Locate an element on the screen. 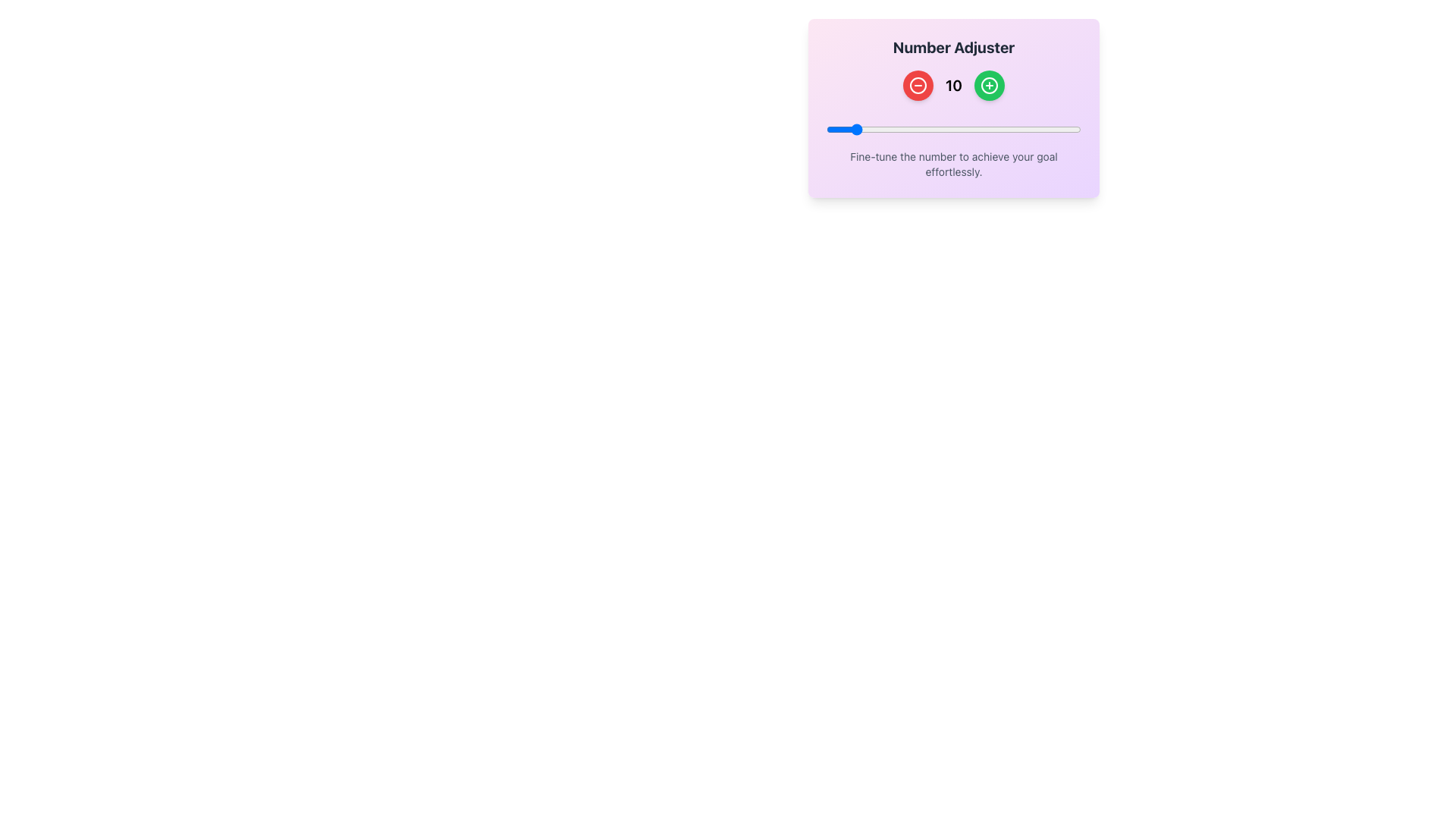 Image resolution: width=1456 pixels, height=819 pixels. the circular dark green button with a white border and a green cross icon, located to the right of the numeric display '10' in the 'Number Adjuster' panel is located at coordinates (990, 85).